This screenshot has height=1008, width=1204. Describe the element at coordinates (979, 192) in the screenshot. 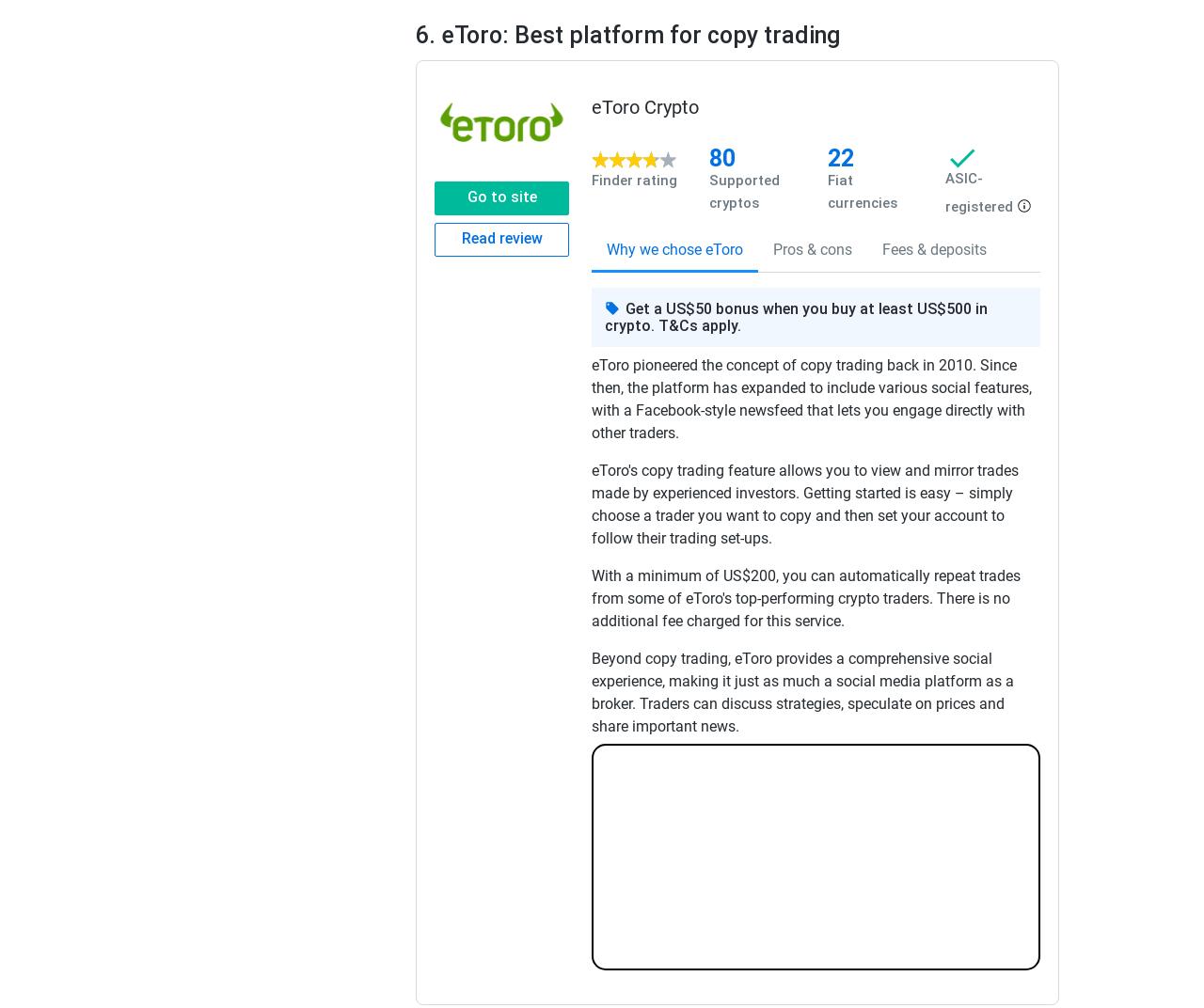

I see `'ASIC-registered'` at that location.